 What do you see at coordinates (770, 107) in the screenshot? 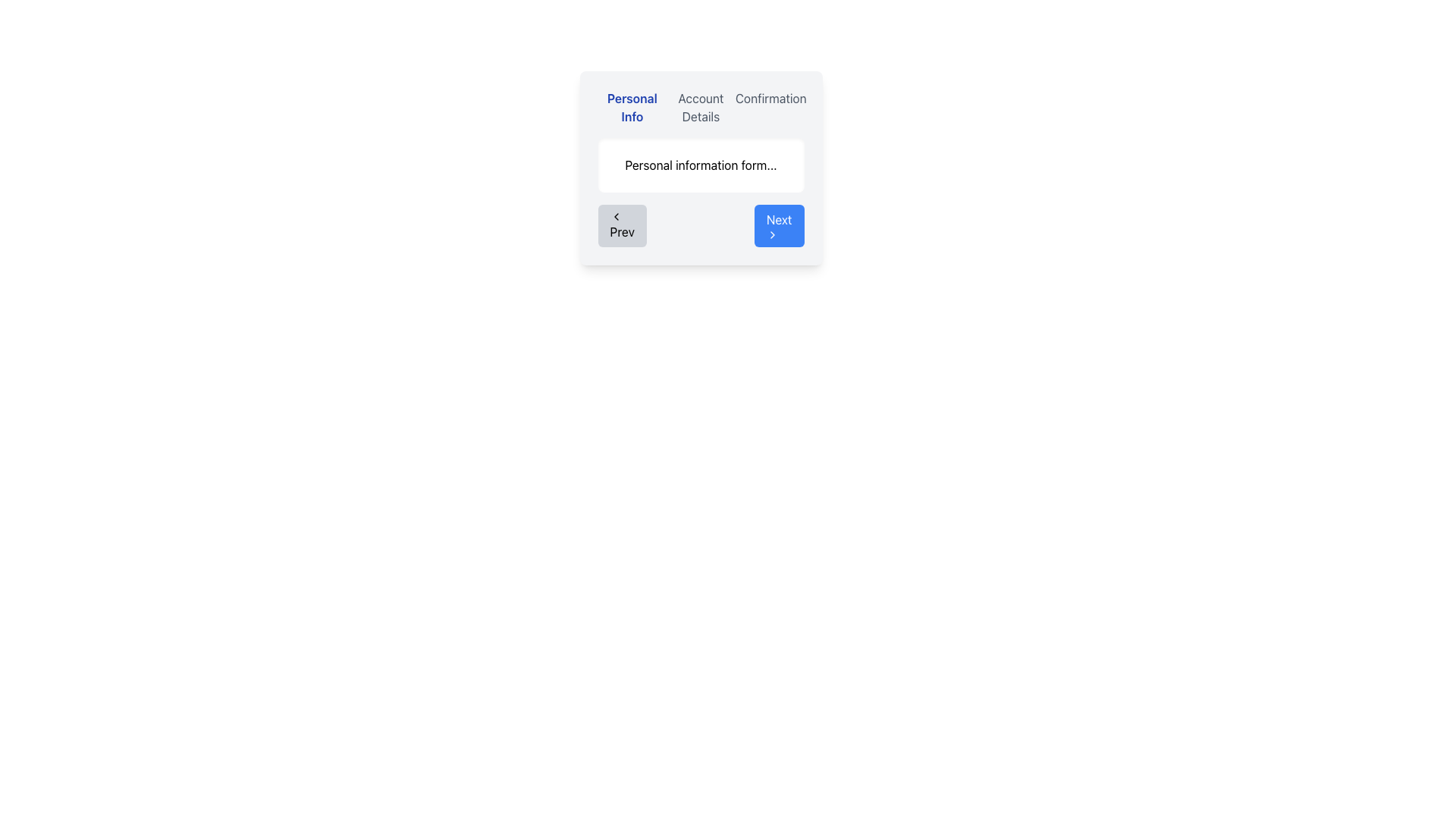
I see `the 'Confirmation' step text label, which is the third and rightmost item in a horizontal layout of three segments at the top of the UI form` at bounding box center [770, 107].